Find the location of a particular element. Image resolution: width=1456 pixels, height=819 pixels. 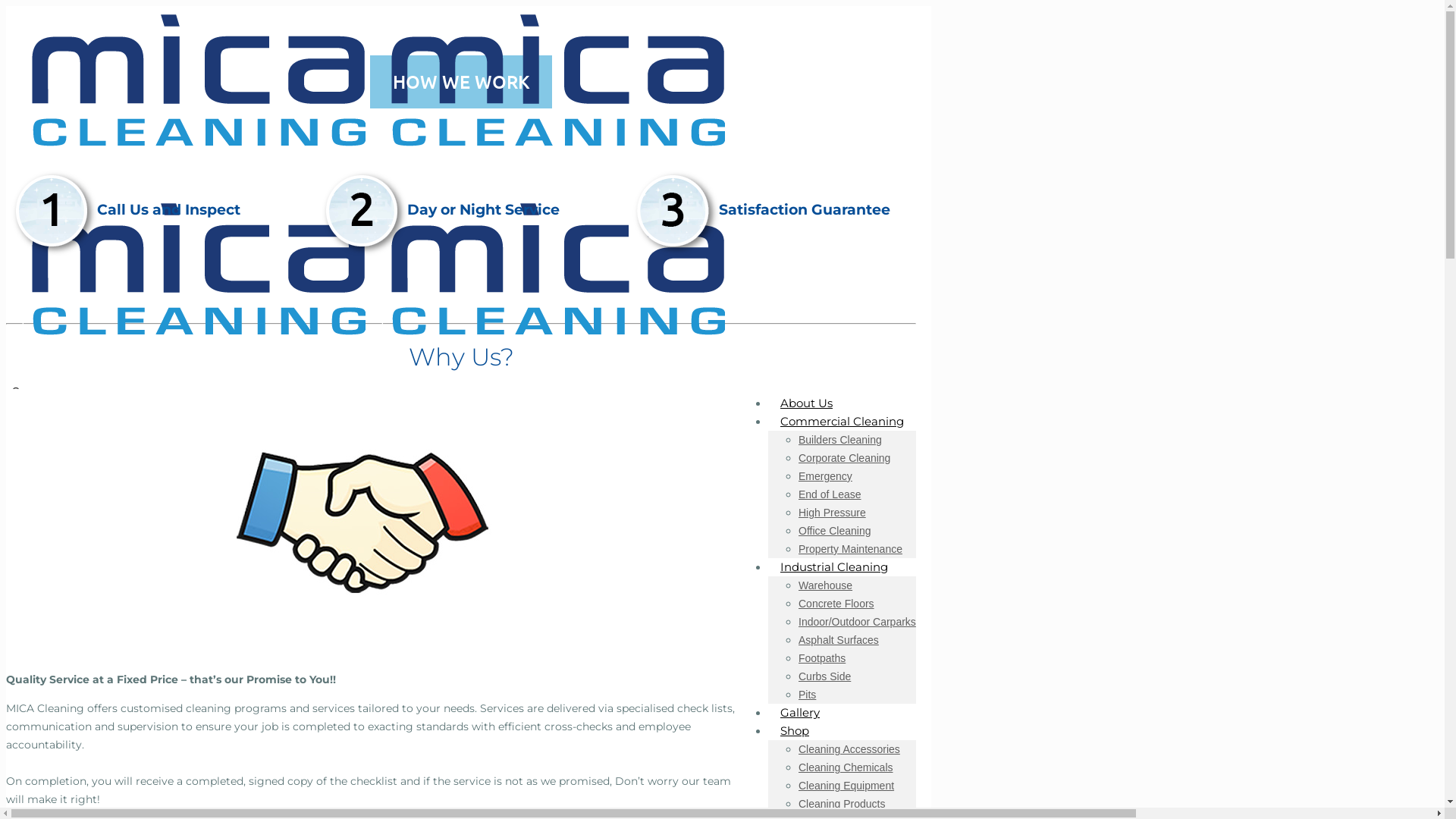

'Indoor/Outdoor Carparks' is located at coordinates (857, 622).